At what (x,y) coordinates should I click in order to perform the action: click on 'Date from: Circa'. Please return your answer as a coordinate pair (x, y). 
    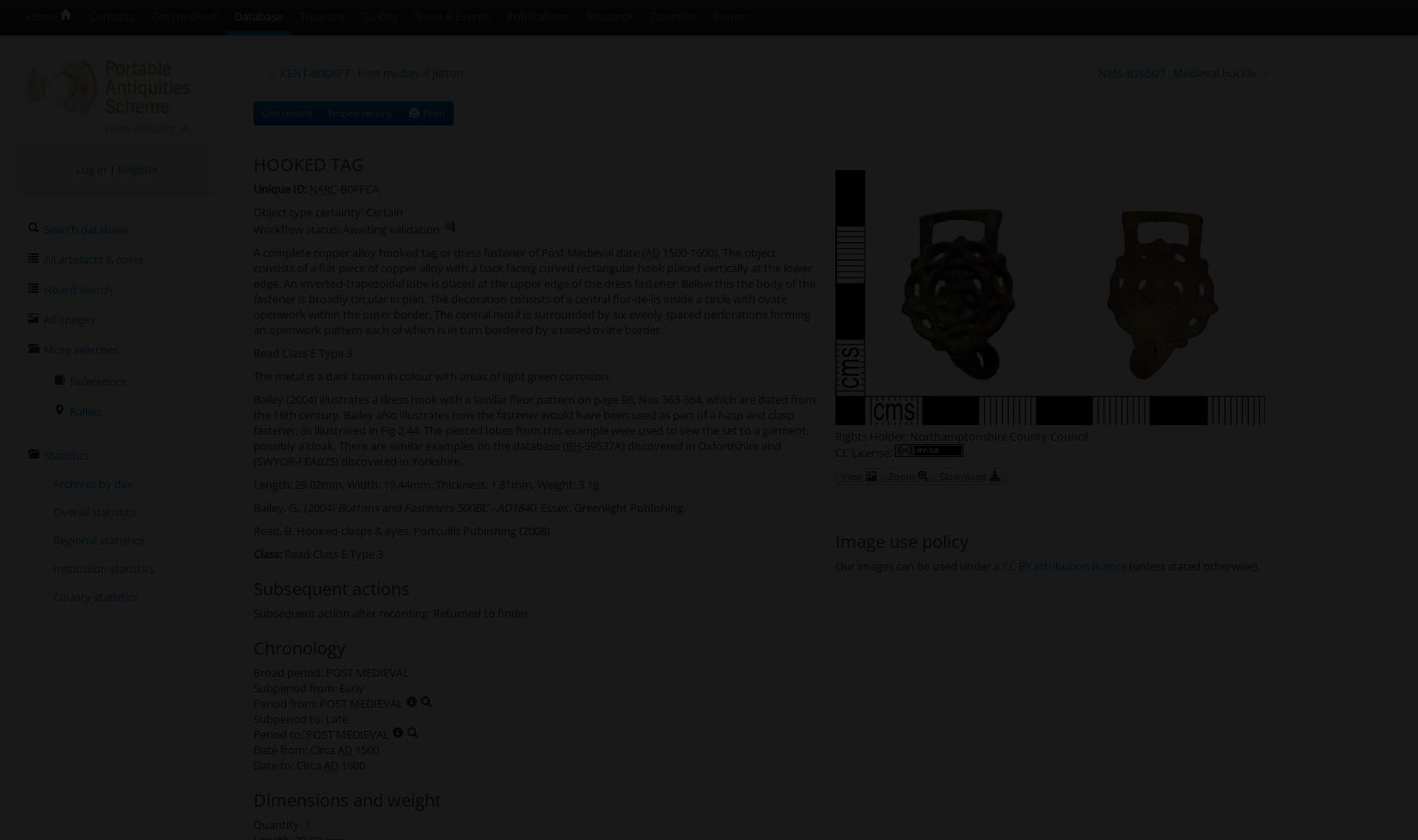
    Looking at the image, I should click on (254, 748).